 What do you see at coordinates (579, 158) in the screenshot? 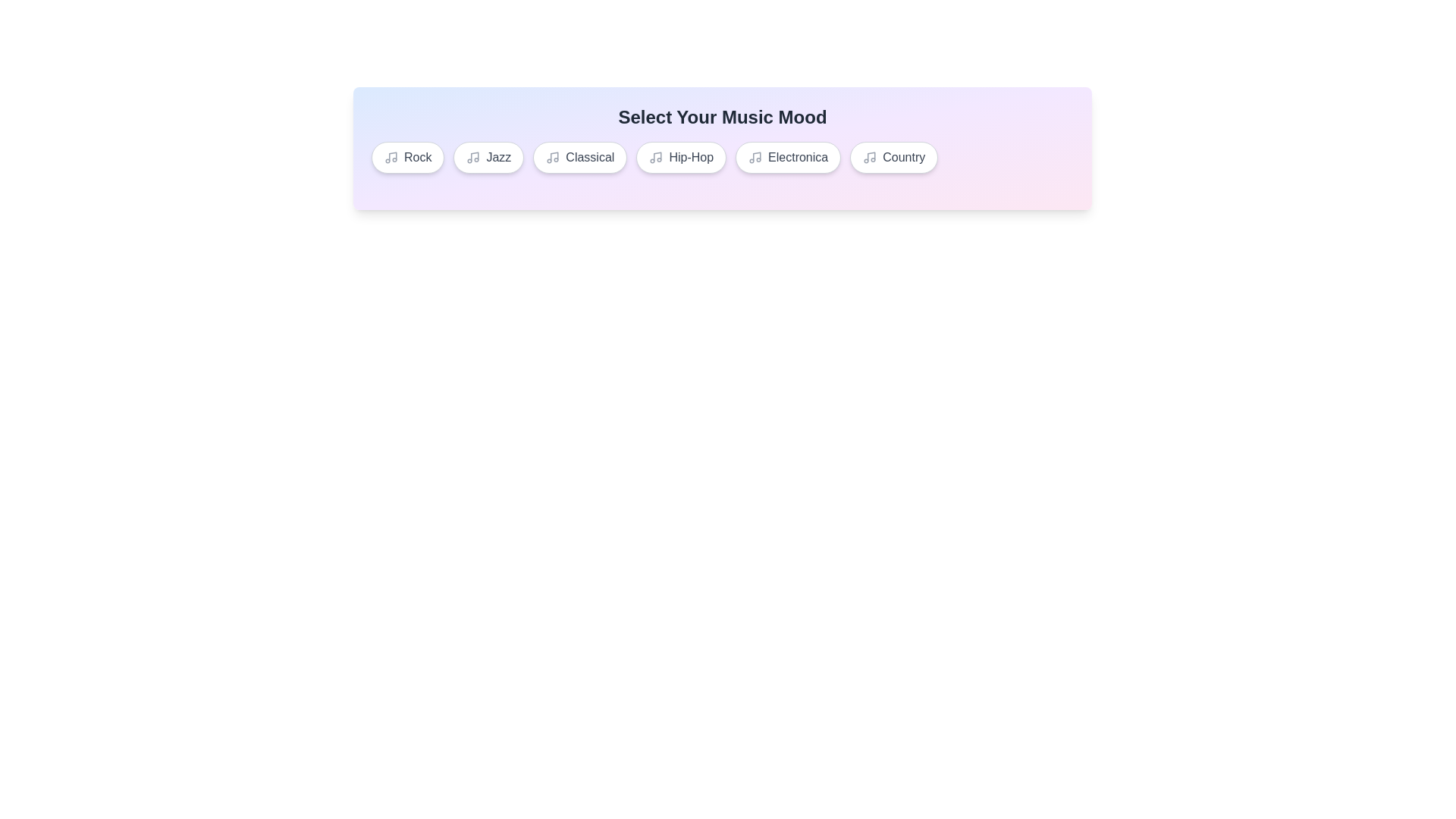
I see `the music tag Classical from the list` at bounding box center [579, 158].